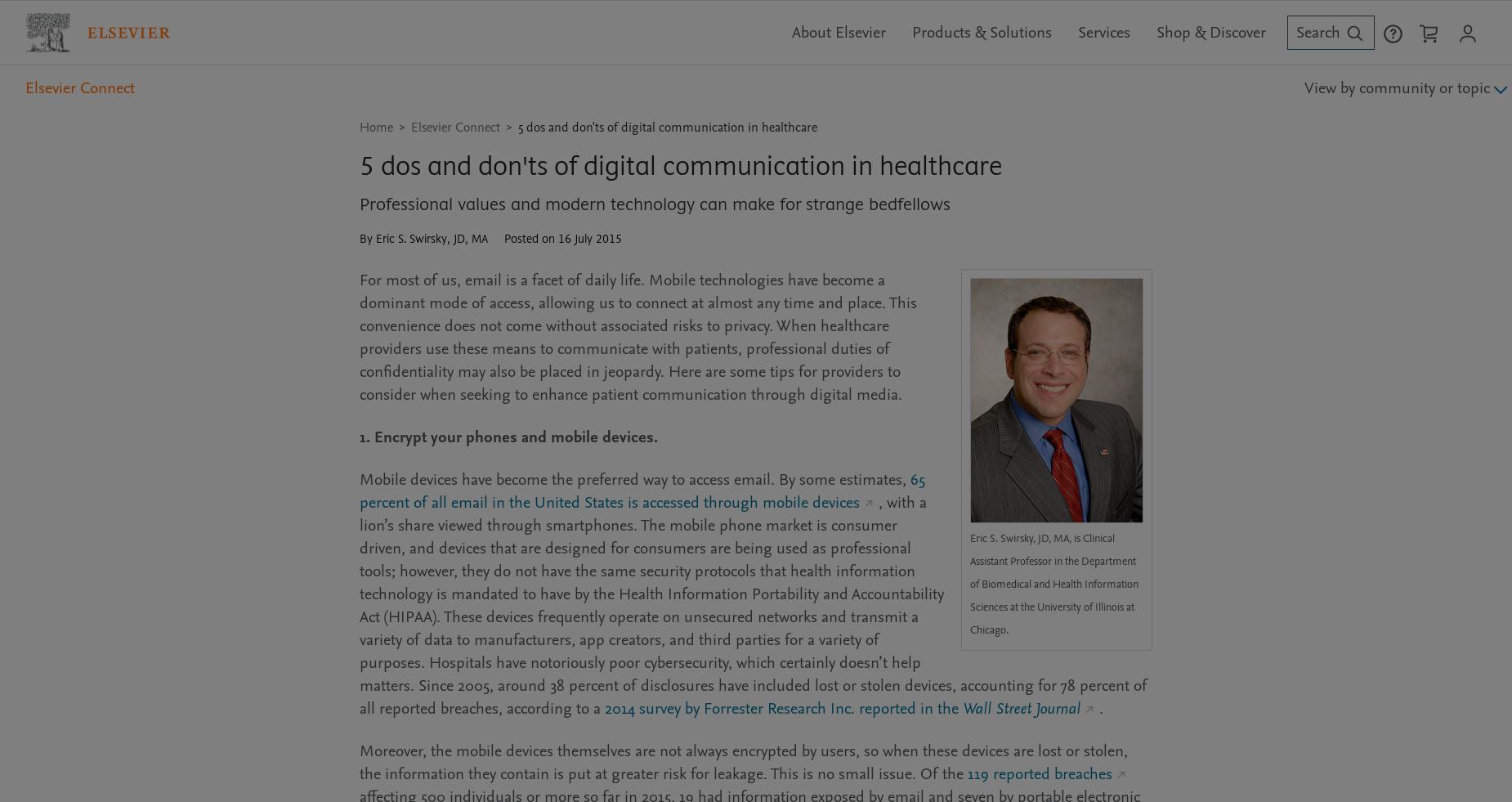 This screenshot has height=802, width=1512. Describe the element at coordinates (754, 604) in the screenshot. I see `', with a lion’s share viewed through smartphones. The mobile phone market is consumer driven, and devices that are designed for consumers are being used as professional tools; however, they do not have the same security
  protocols that health information technology is mandated to have by the Health Information Portability and Accountability Act (HIPAA). These devices frequently operate on unsecured networks and transmit a variety of data to manufacturers, app creators, and third parties for a variety of purposes. Hospitals
  have notoriously poor cybersecurity, which certainly doesn’t help matters. Since 2005, around 38 percent of disclosures have included lost or stolen devices, accounting for 78 percent of all reported breaches, according to a'` at that location.